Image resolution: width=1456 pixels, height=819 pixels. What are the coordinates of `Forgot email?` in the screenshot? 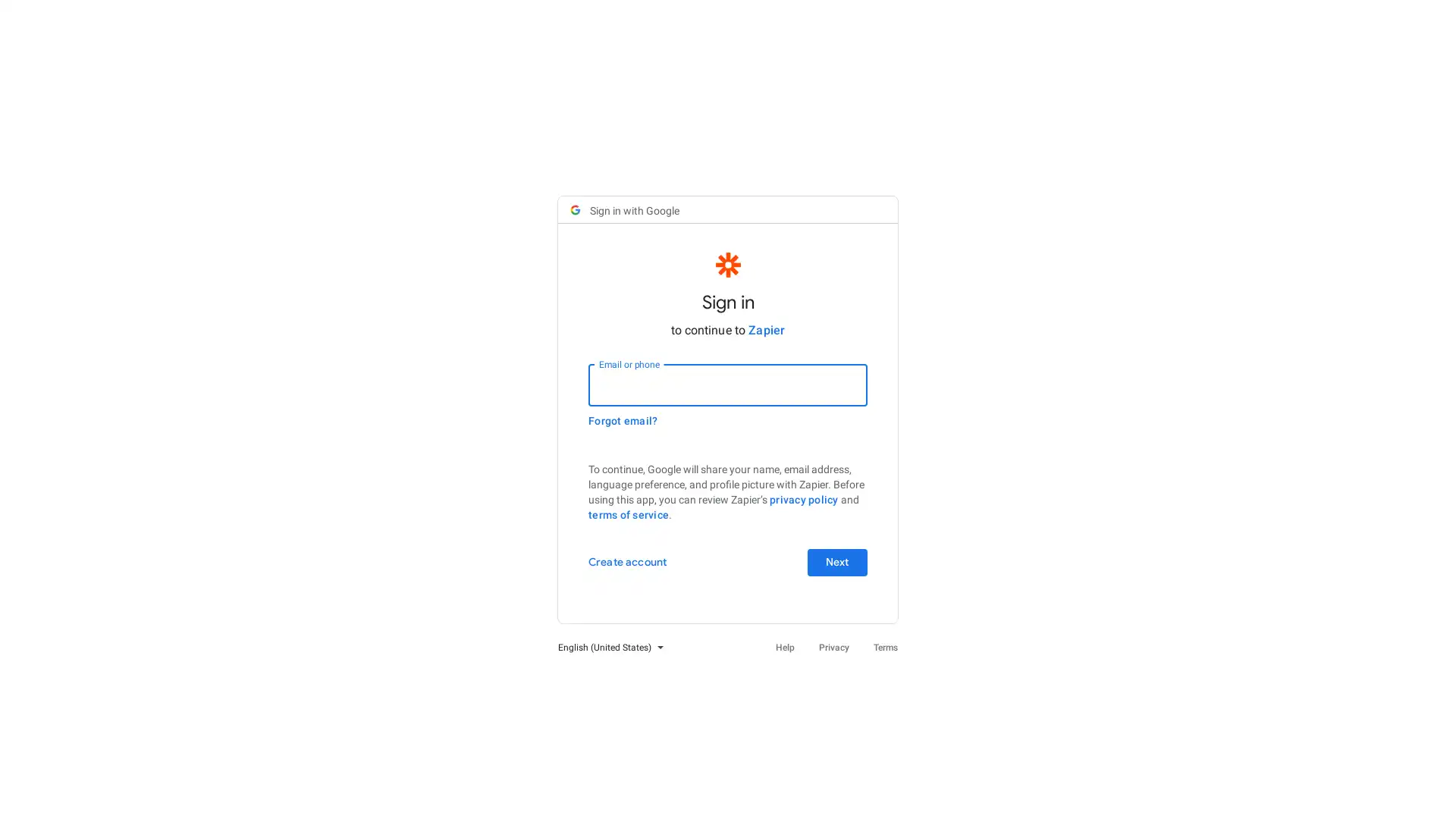 It's located at (623, 420).